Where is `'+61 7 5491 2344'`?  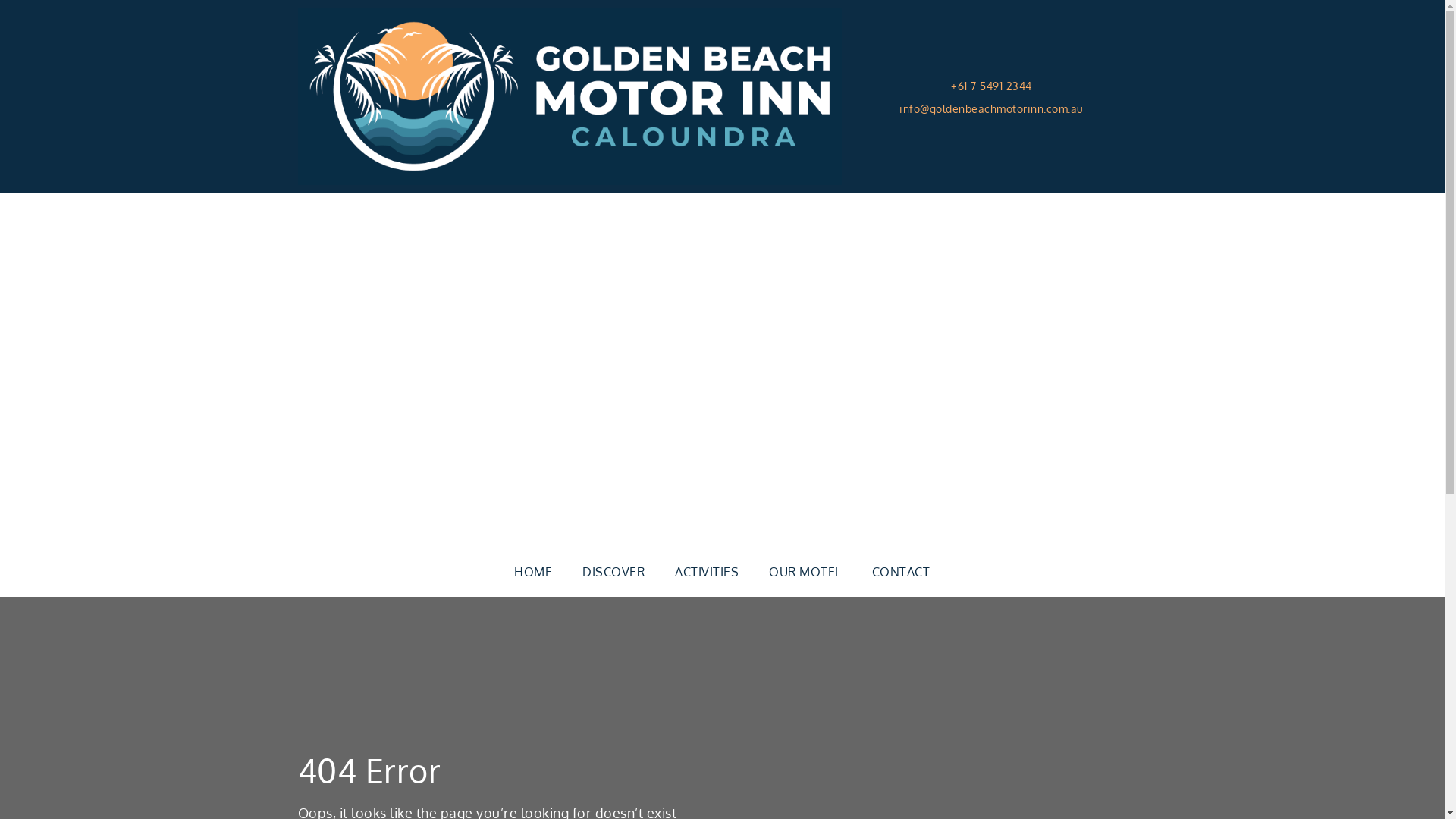 '+61 7 5491 2344' is located at coordinates (991, 86).